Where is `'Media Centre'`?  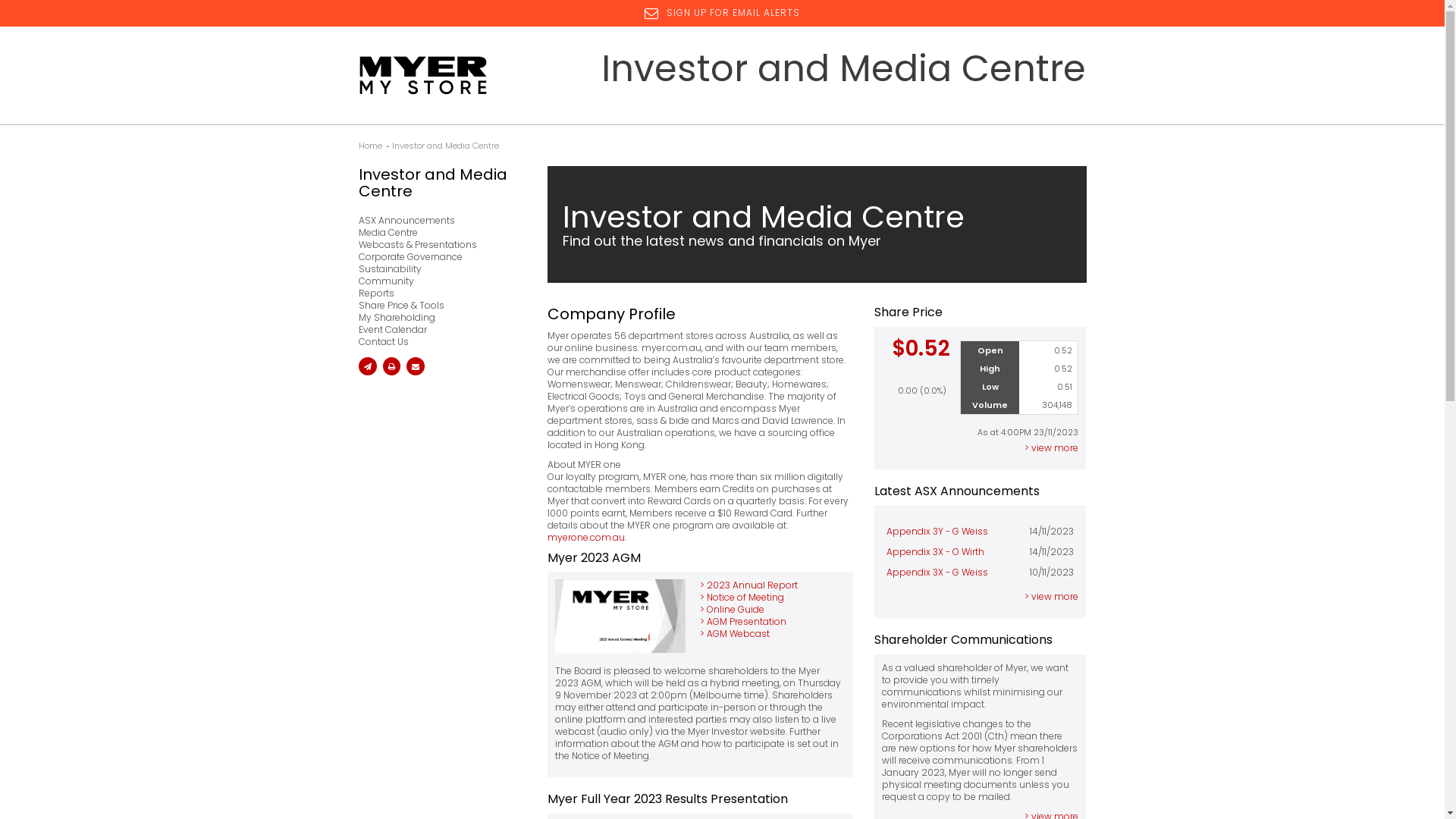
'Media Centre' is located at coordinates (437, 233).